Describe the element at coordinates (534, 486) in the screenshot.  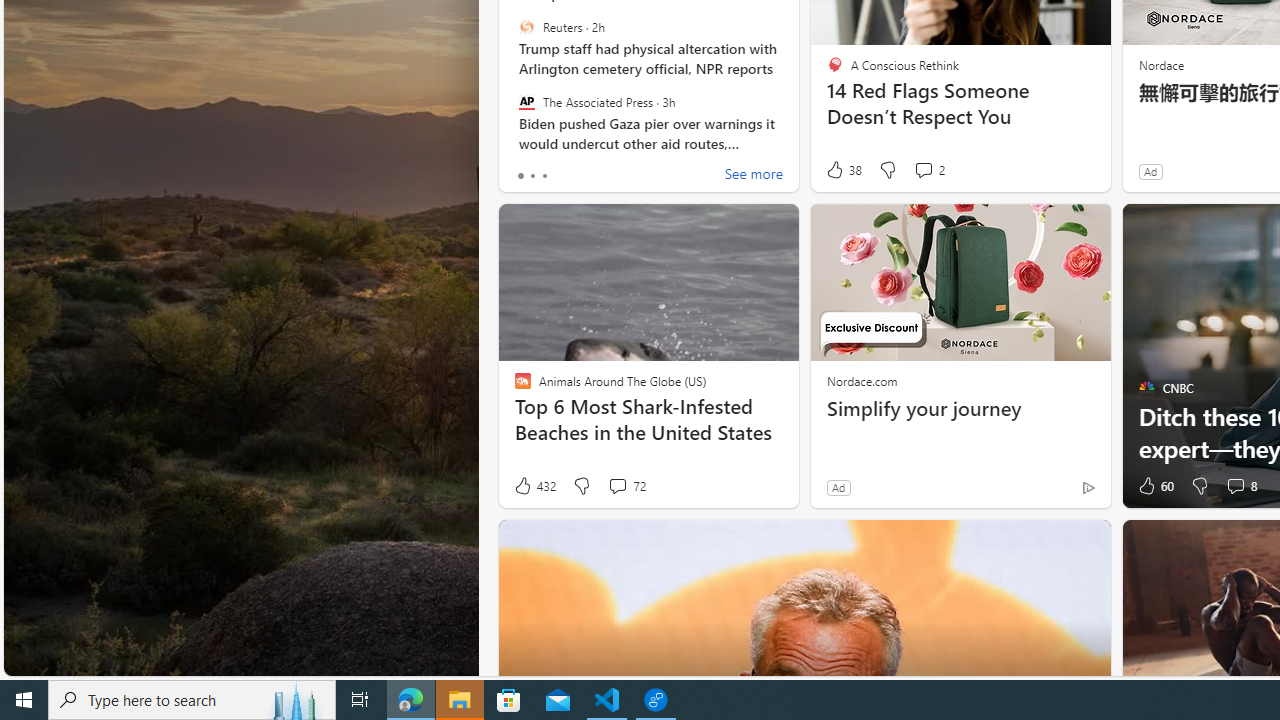
I see `'432 Like'` at that location.